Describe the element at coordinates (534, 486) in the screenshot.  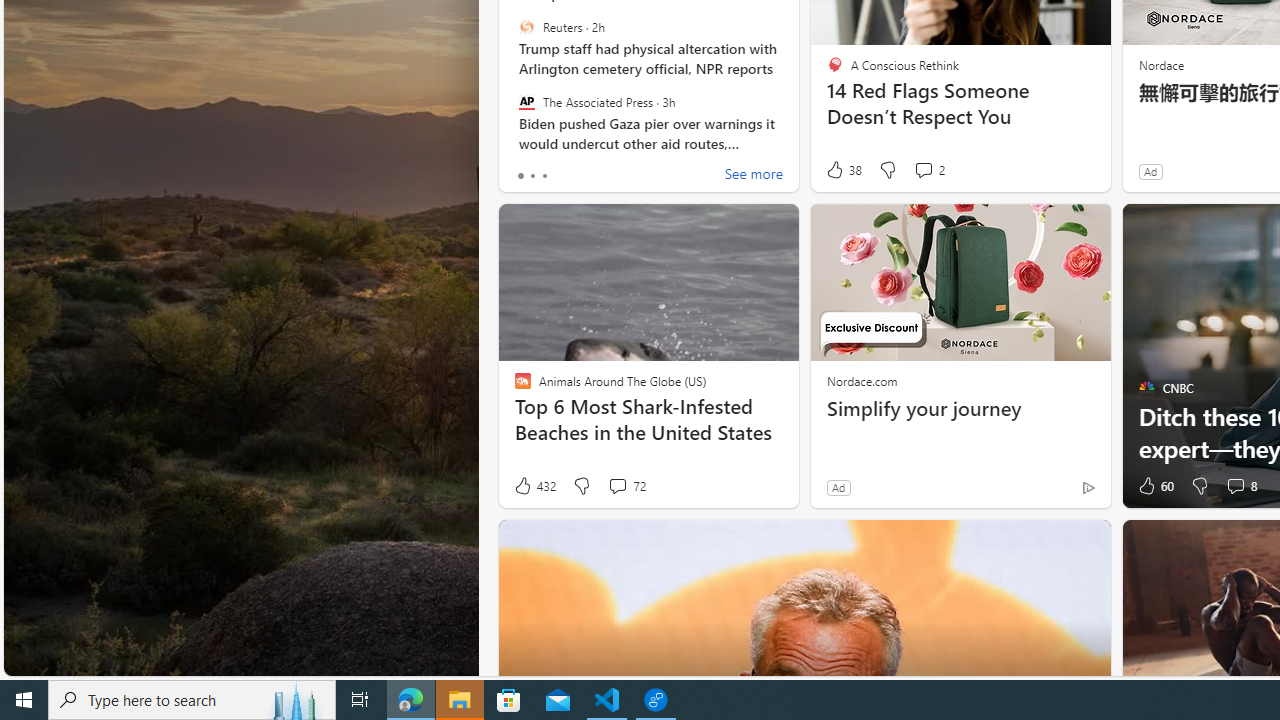
I see `'432 Like'` at that location.